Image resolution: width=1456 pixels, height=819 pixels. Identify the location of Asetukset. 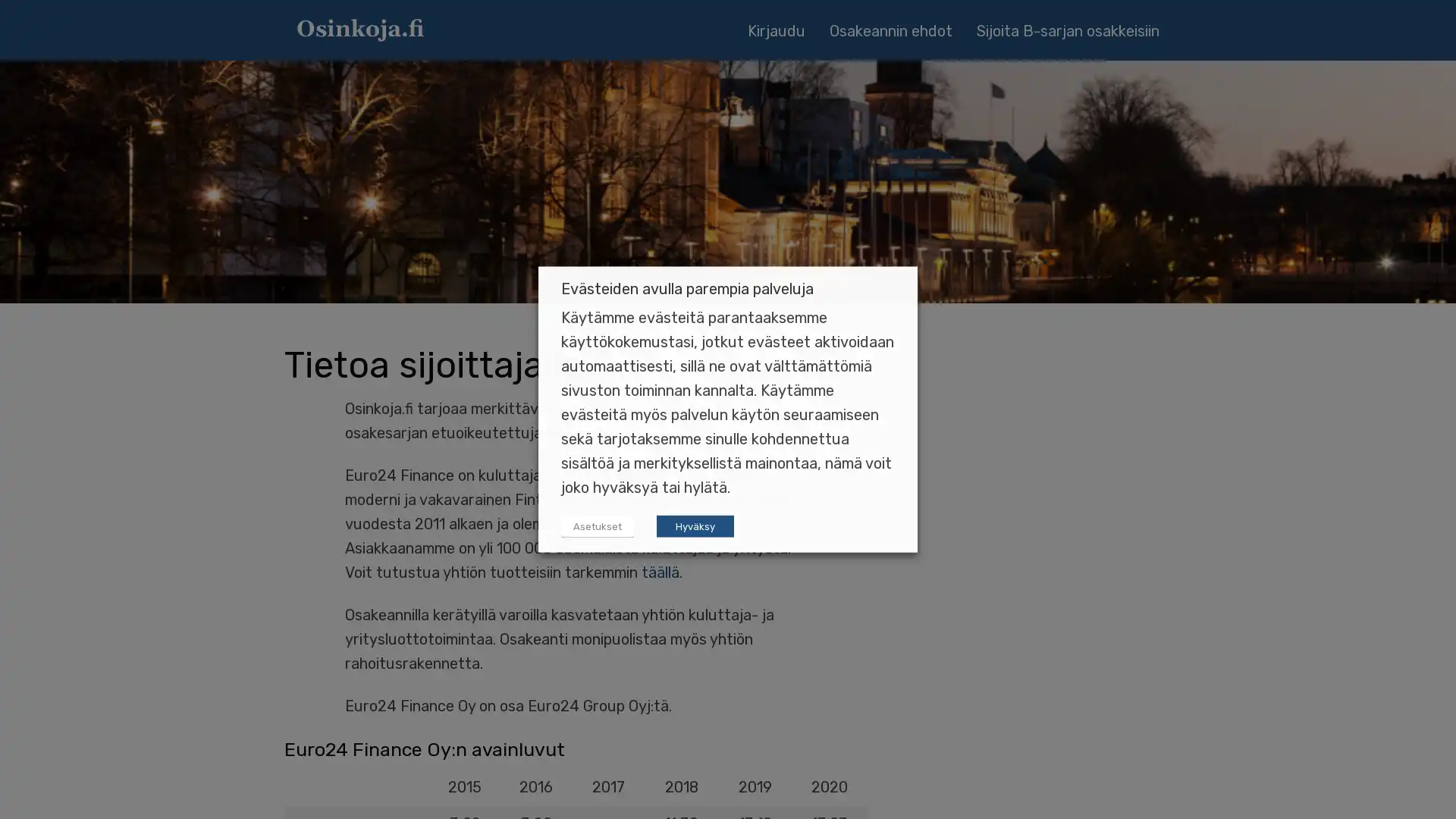
(596, 526).